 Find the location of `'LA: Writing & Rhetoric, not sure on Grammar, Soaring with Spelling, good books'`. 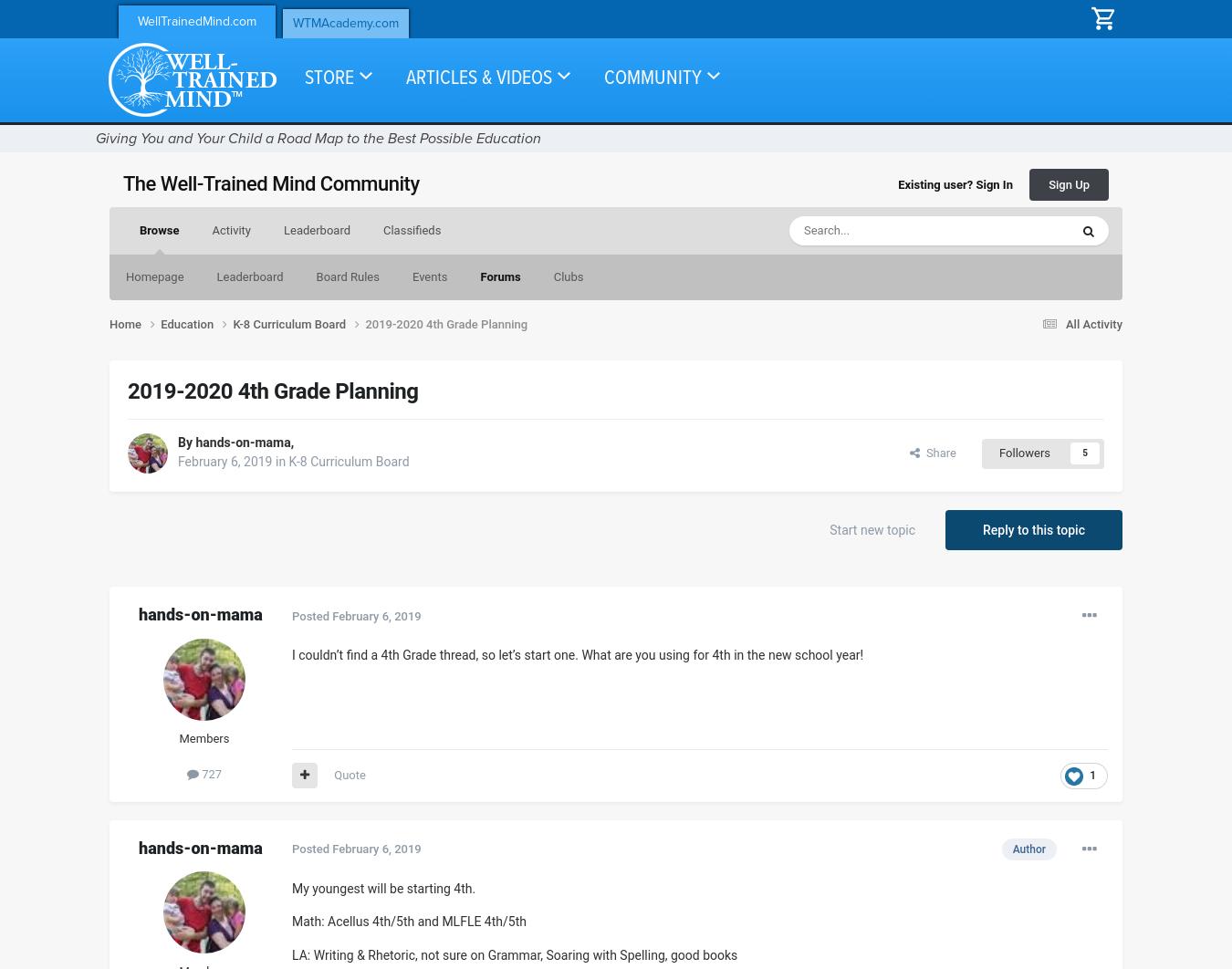

'LA: Writing & Rhetoric, not sure on Grammar, Soaring with Spelling, good books' is located at coordinates (515, 953).